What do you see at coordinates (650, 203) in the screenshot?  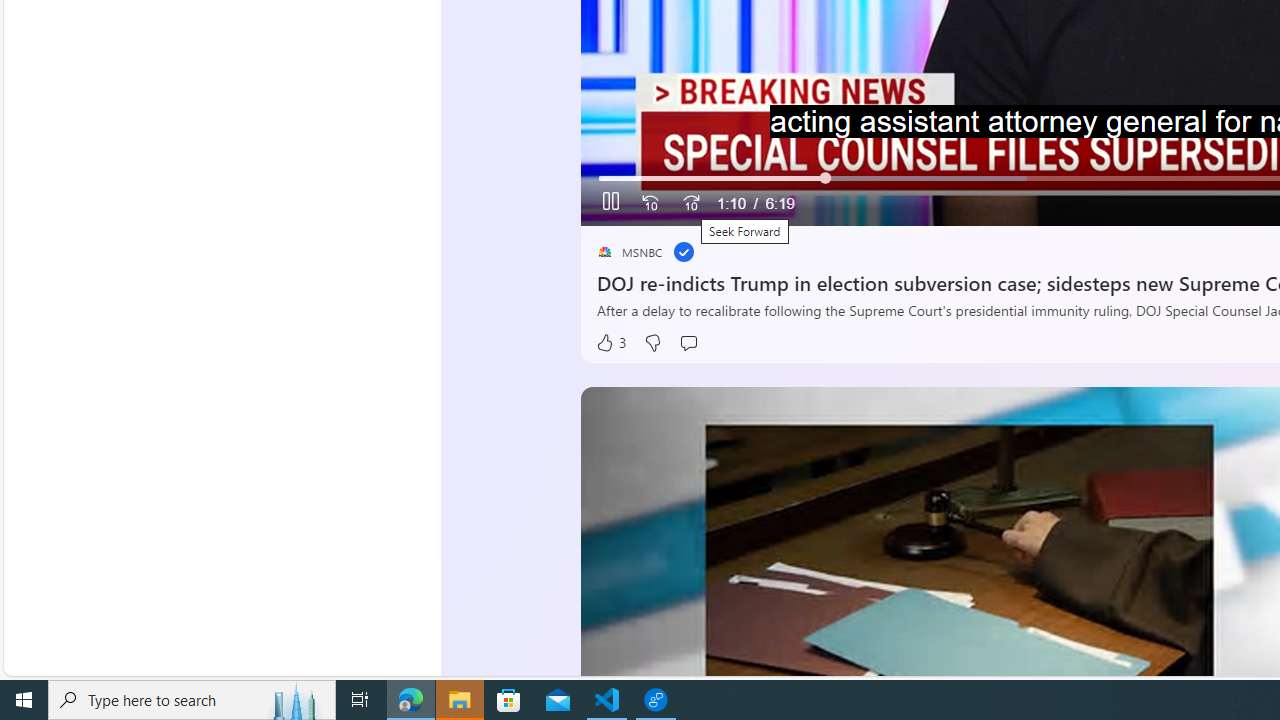 I see `'Seek Back'` at bounding box center [650, 203].